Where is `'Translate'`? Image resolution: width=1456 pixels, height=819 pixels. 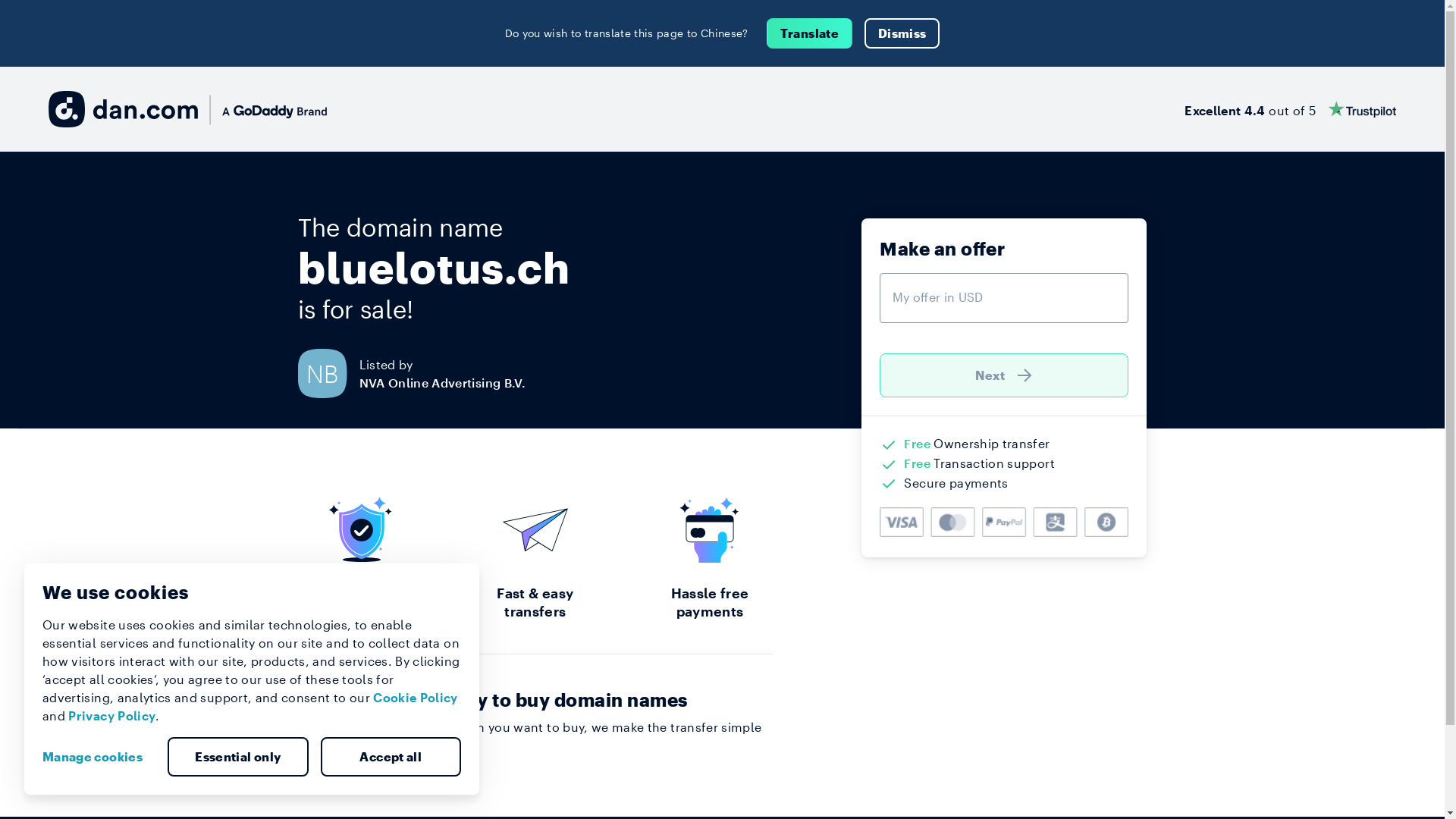
'Translate' is located at coordinates (808, 33).